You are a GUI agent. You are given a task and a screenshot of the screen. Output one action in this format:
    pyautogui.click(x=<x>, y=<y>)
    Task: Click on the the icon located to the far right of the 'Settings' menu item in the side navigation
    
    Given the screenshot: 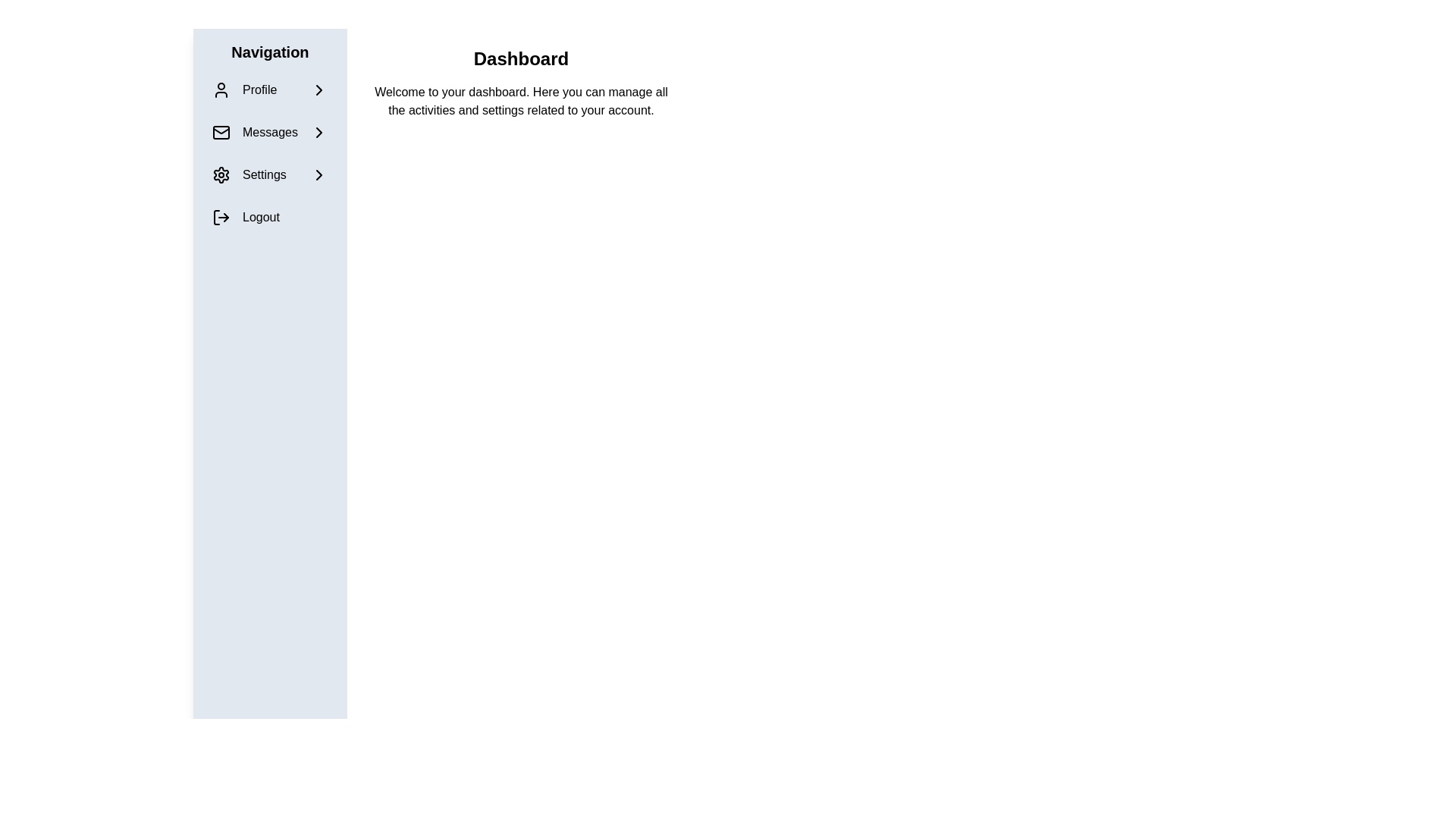 What is the action you would take?
    pyautogui.click(x=318, y=174)
    